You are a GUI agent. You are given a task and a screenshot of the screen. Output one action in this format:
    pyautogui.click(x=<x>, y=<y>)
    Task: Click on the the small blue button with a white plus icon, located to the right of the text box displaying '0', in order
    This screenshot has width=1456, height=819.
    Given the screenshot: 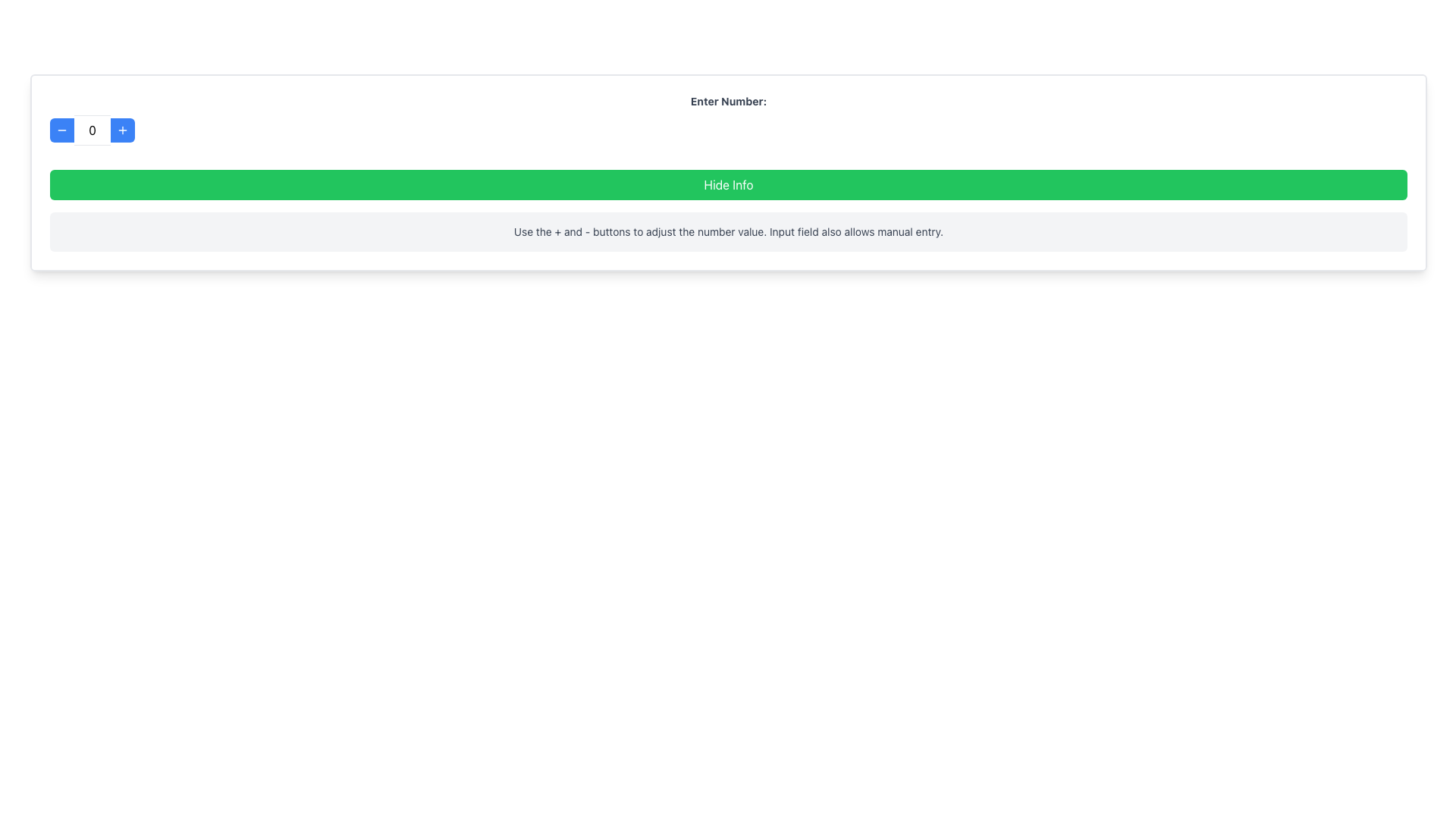 What is the action you would take?
    pyautogui.click(x=123, y=130)
    